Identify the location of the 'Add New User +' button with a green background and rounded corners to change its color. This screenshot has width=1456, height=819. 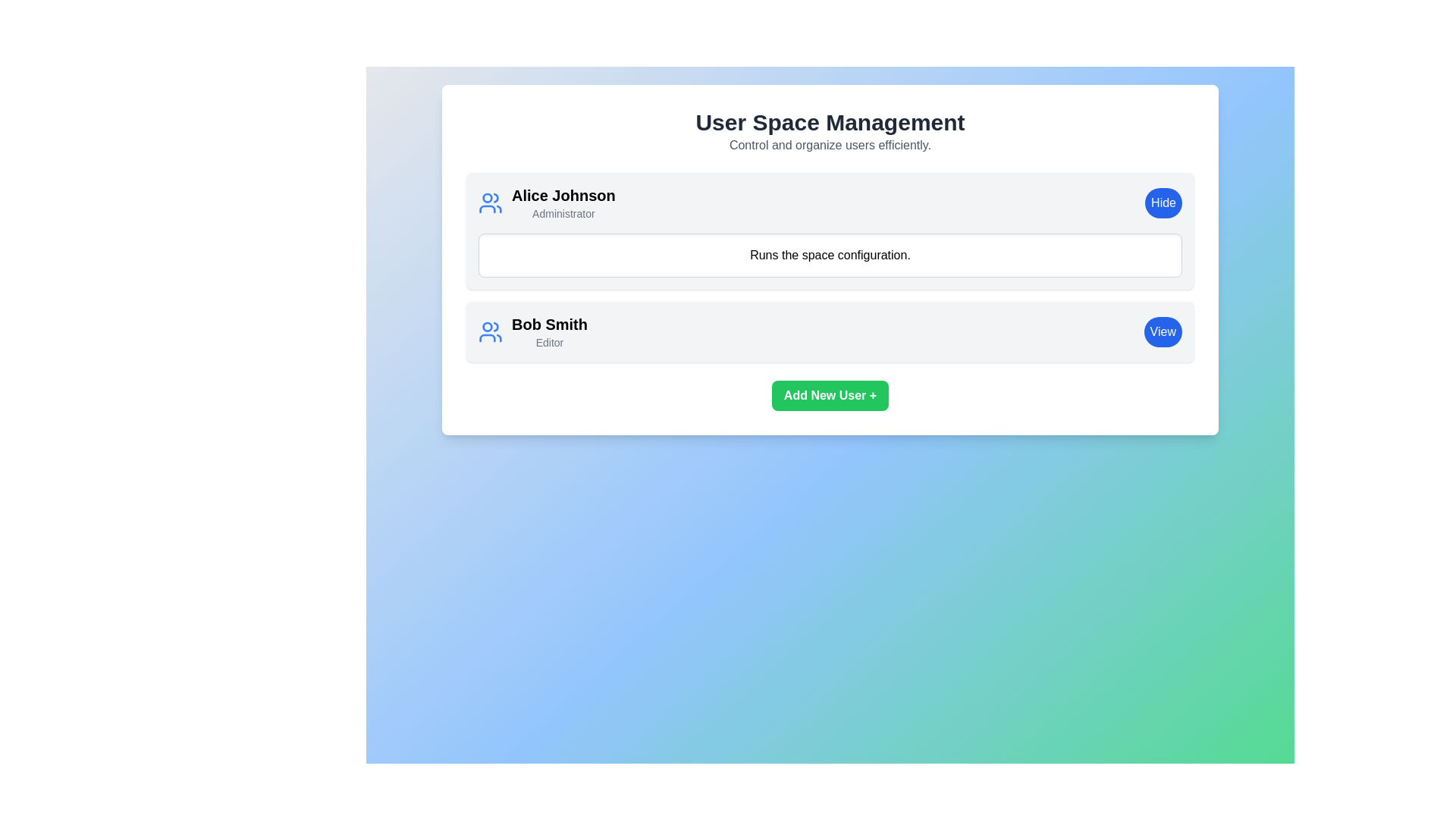
(829, 394).